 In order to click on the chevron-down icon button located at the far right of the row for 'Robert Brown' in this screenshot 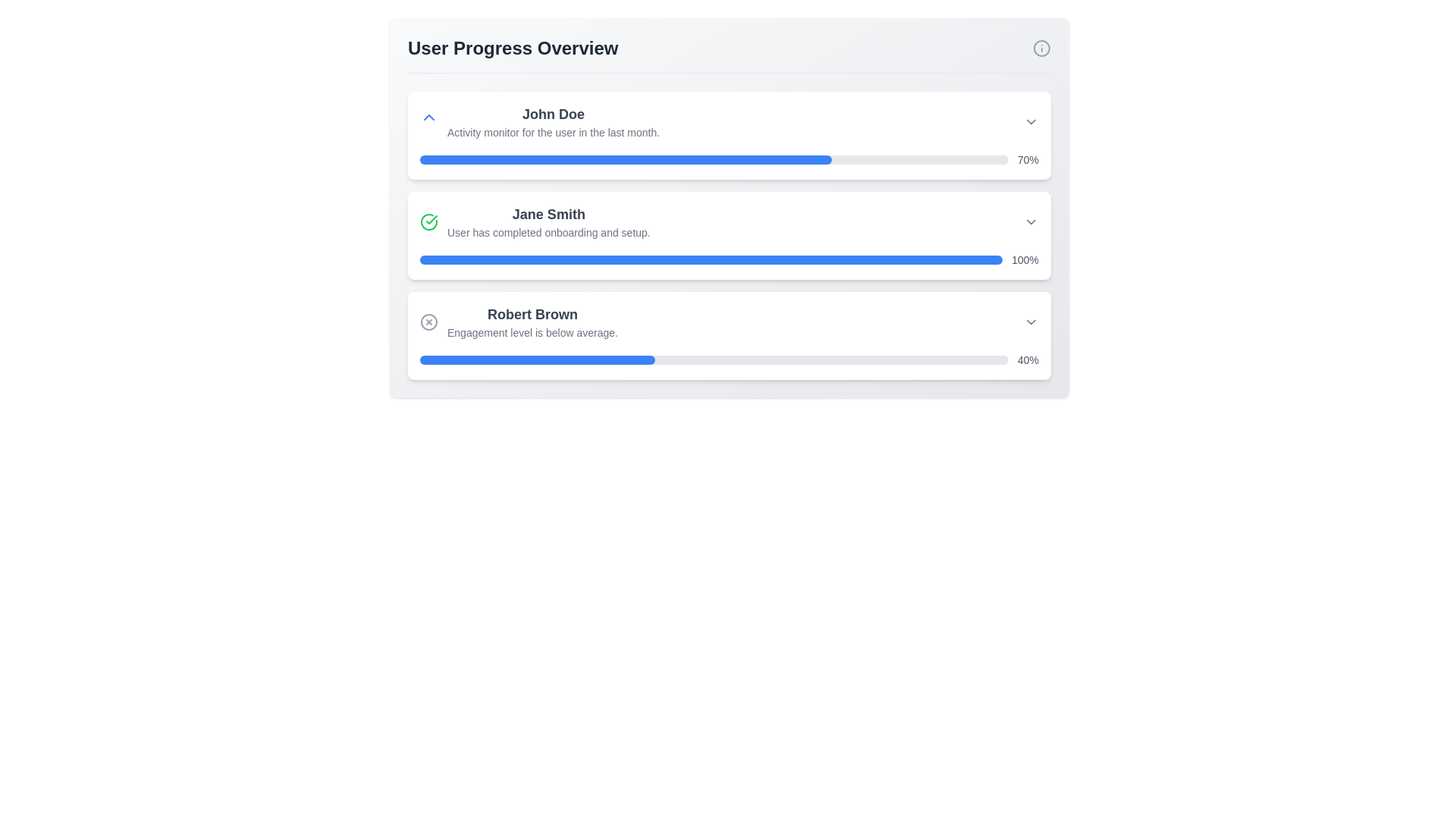, I will do `click(1031, 321)`.